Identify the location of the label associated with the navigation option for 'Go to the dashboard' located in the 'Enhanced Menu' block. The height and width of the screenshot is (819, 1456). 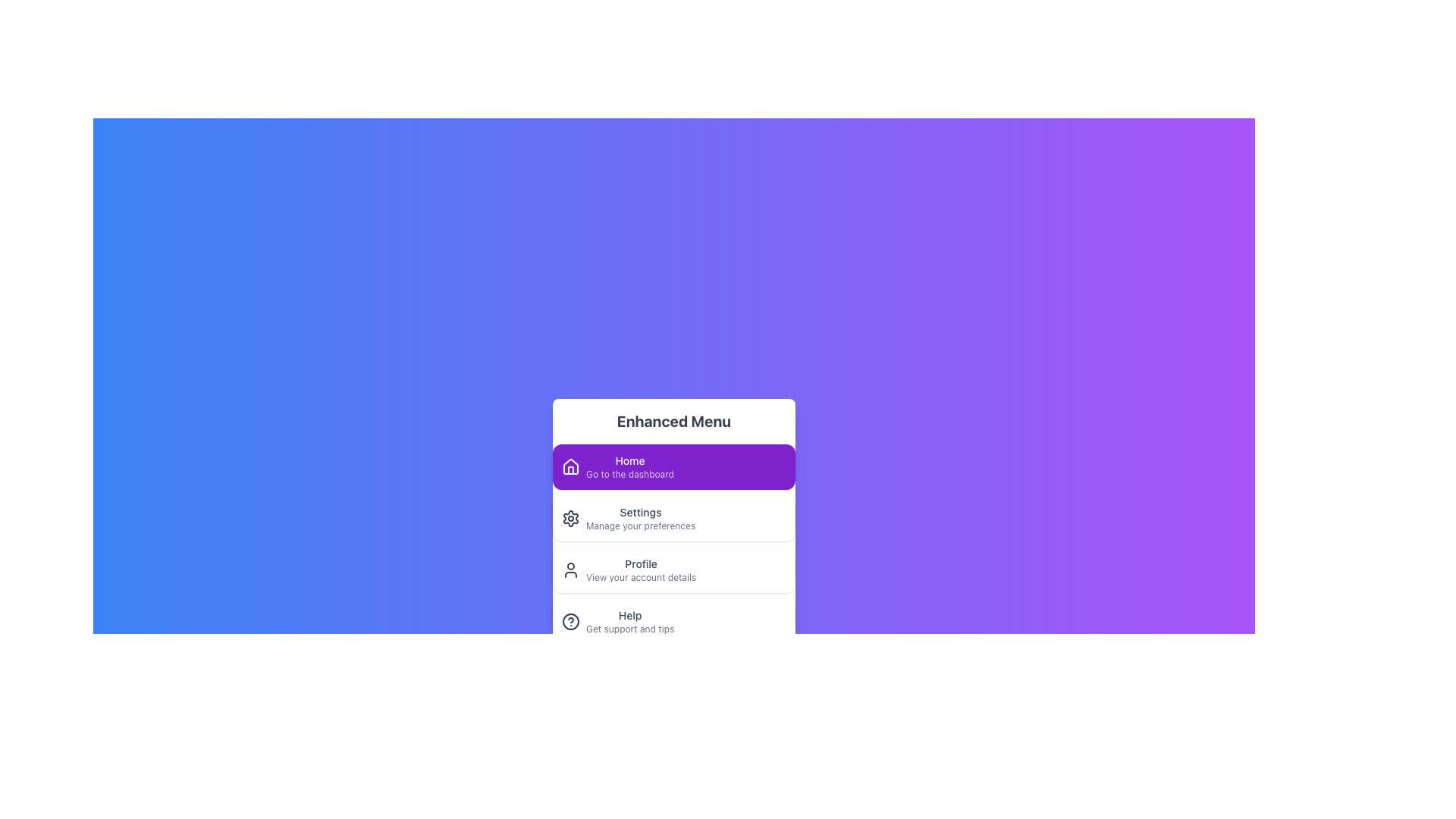
(629, 460).